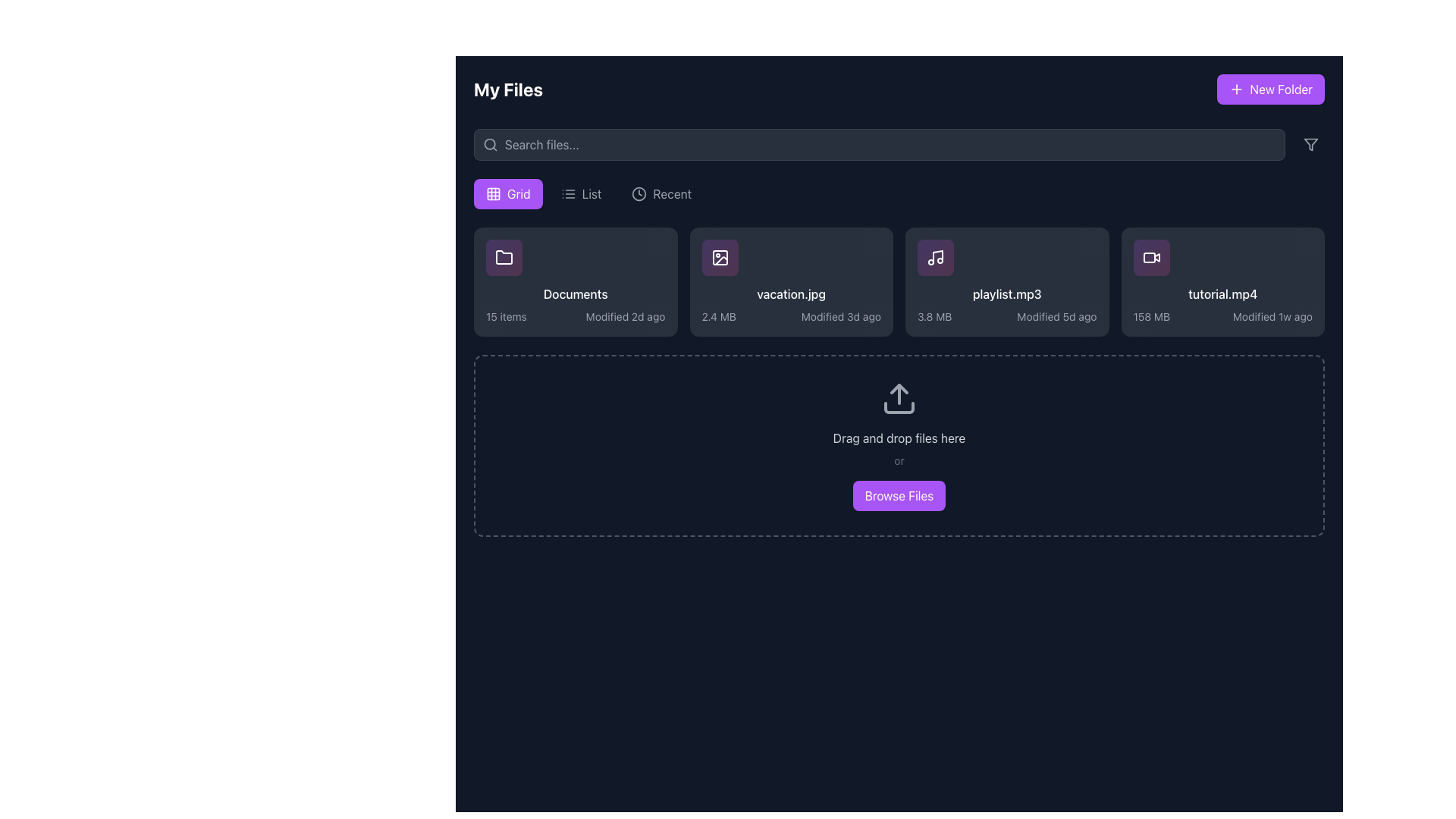 This screenshot has height=819, width=1456. What do you see at coordinates (899, 460) in the screenshot?
I see `the text label that visually separates the 'Drag and drop files here' instruction and the 'Browse Files' button, located centrally between these two texts` at bounding box center [899, 460].